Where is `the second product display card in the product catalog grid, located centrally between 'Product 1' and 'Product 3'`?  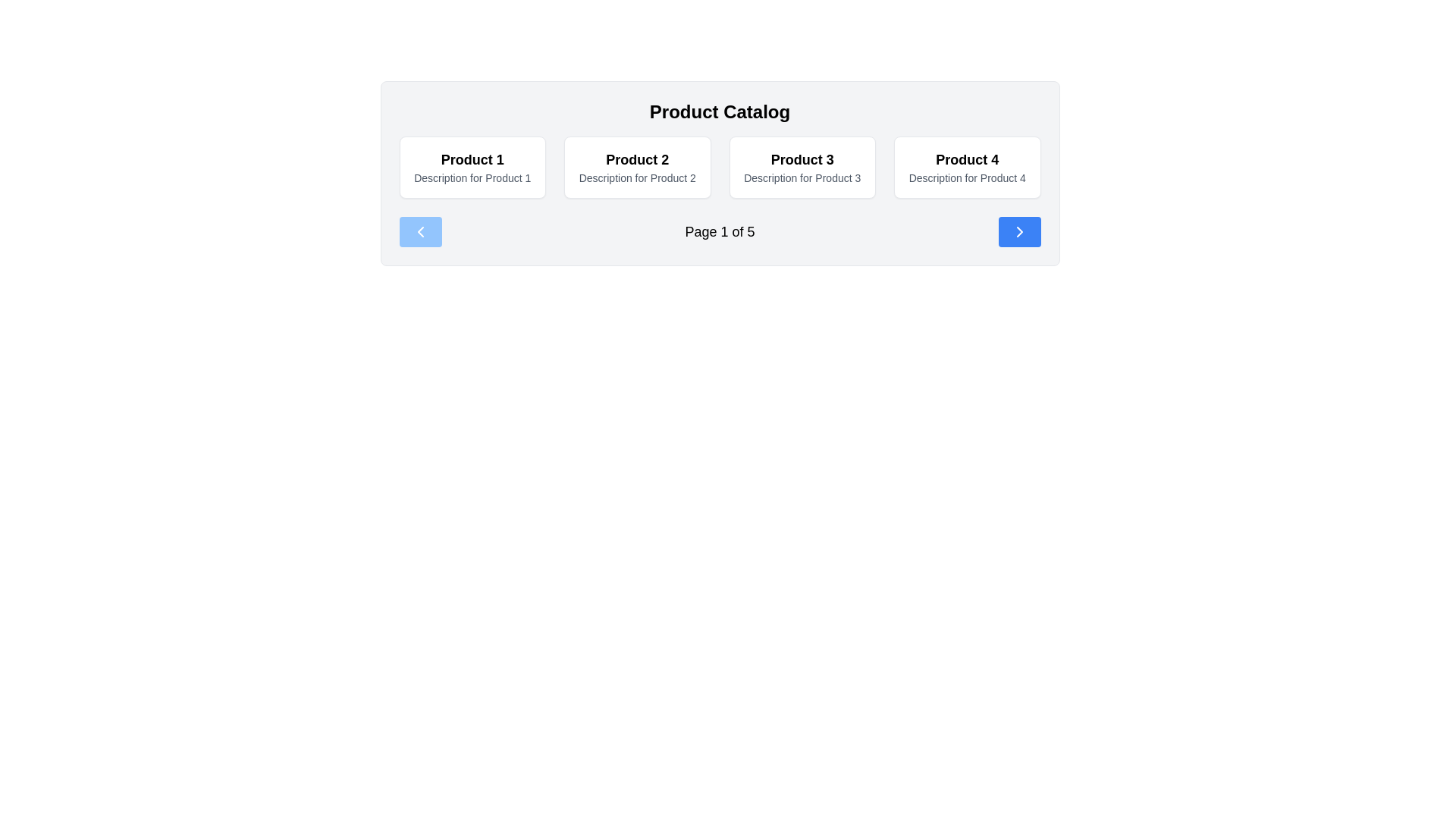 the second product display card in the product catalog grid, located centrally between 'Product 1' and 'Product 3' is located at coordinates (637, 167).